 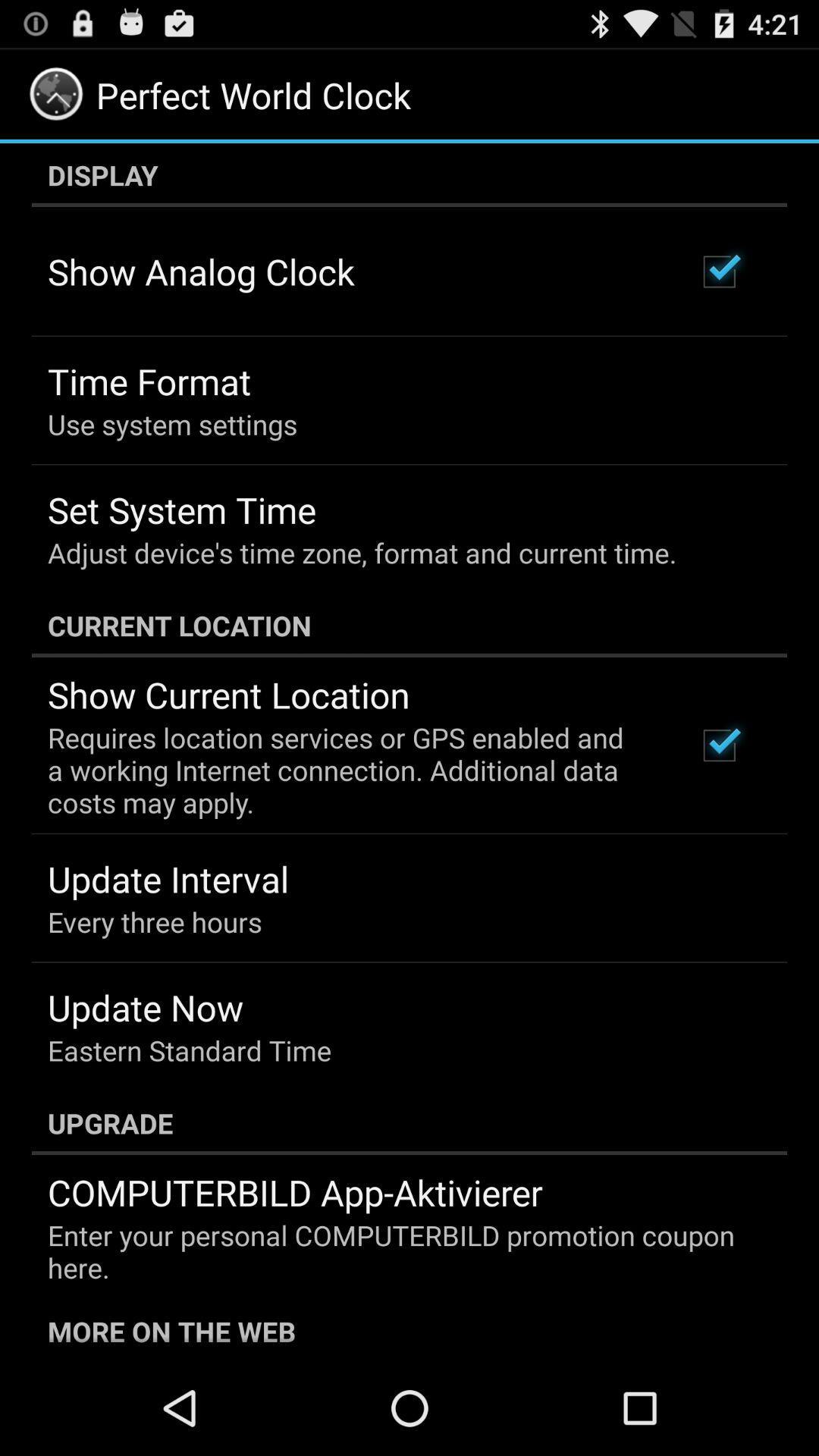 What do you see at coordinates (200, 271) in the screenshot?
I see `app above the time format item` at bounding box center [200, 271].